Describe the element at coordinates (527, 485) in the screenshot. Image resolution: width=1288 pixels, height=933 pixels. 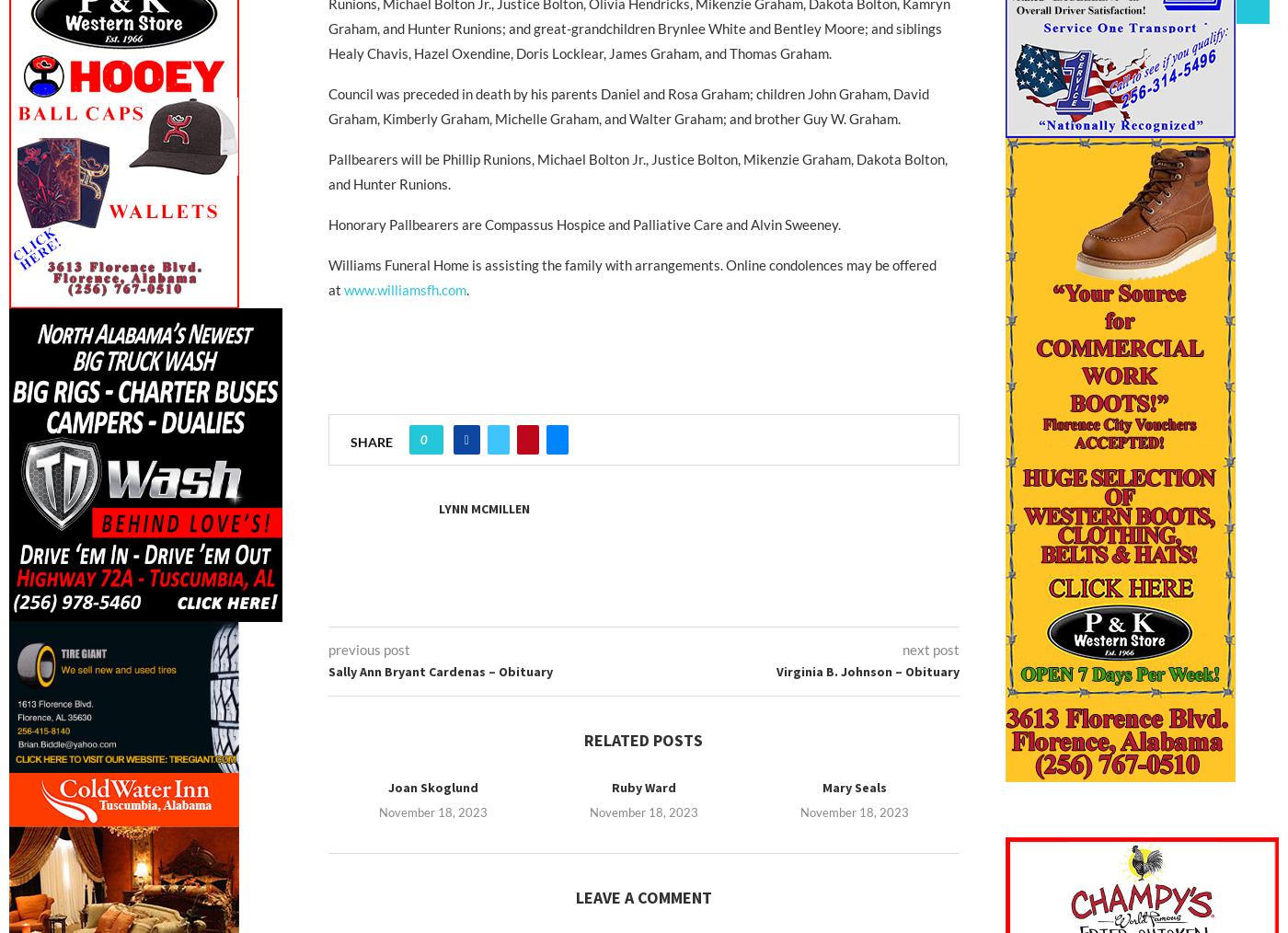
I see `'Pinterest'` at that location.